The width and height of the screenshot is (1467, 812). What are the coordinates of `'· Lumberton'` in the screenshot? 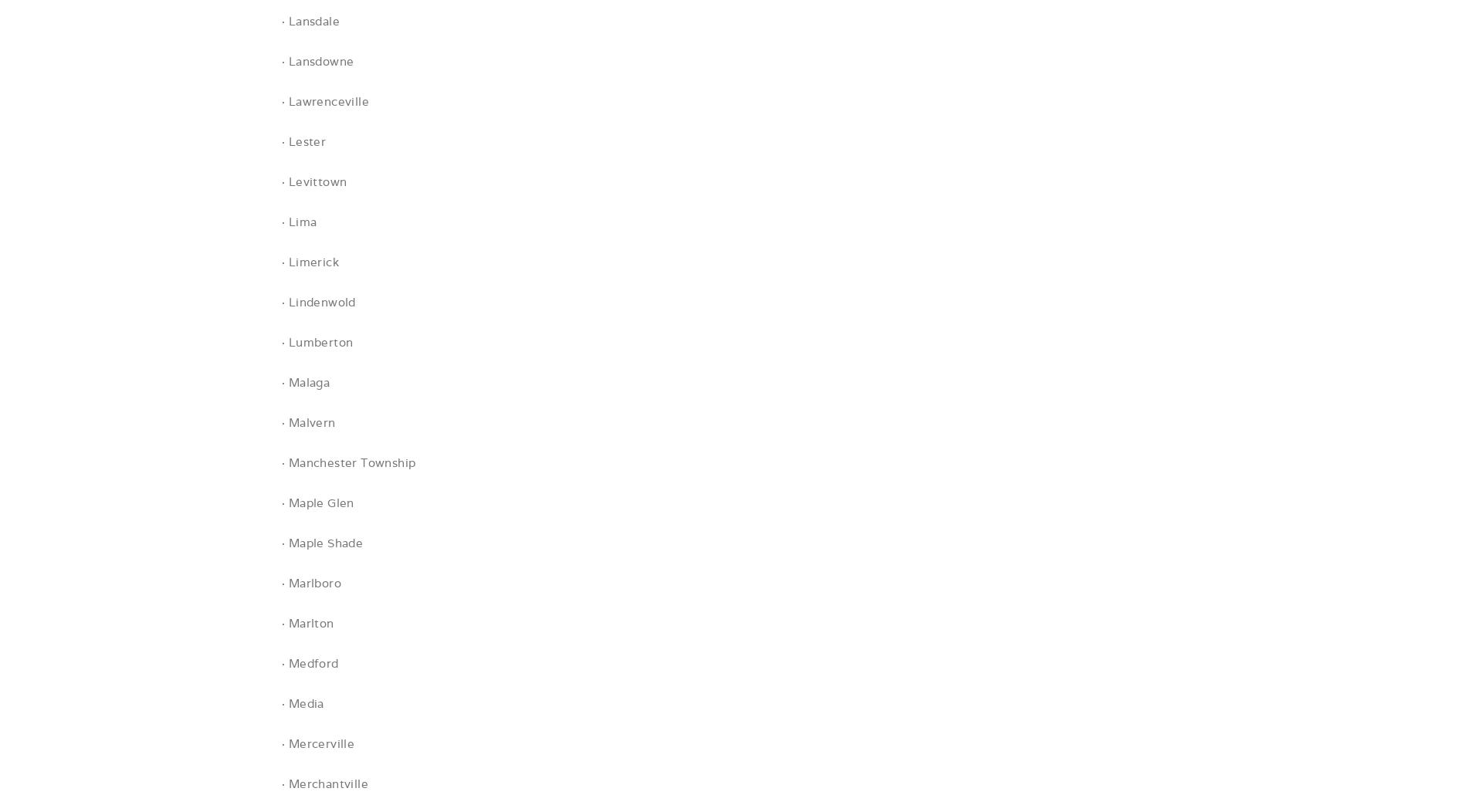 It's located at (316, 342).